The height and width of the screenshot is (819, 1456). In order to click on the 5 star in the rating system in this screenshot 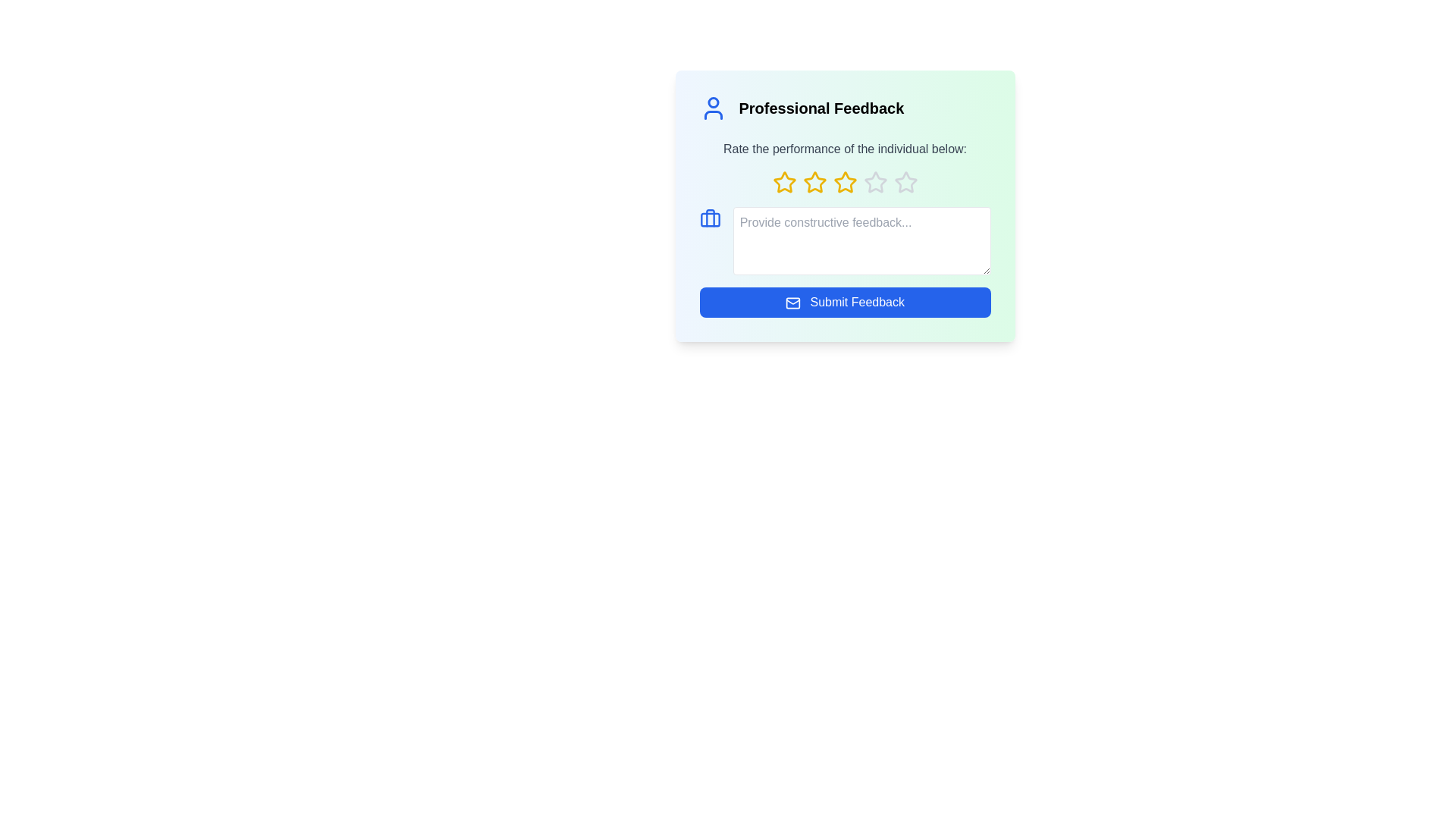, I will do `click(905, 181)`.